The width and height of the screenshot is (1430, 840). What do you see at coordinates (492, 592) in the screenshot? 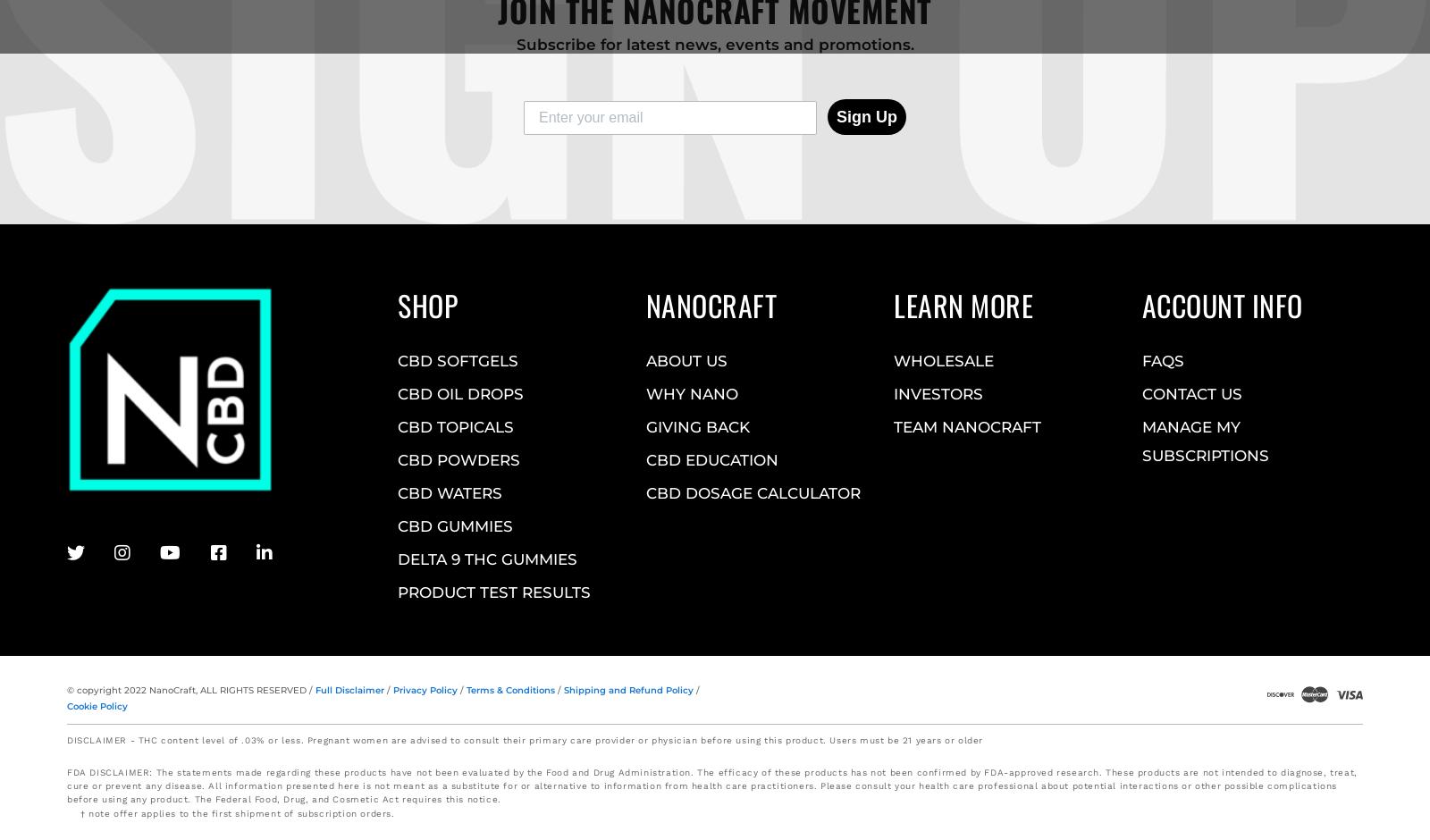
I see `'PRODUCT TEST RESULTS'` at bounding box center [492, 592].